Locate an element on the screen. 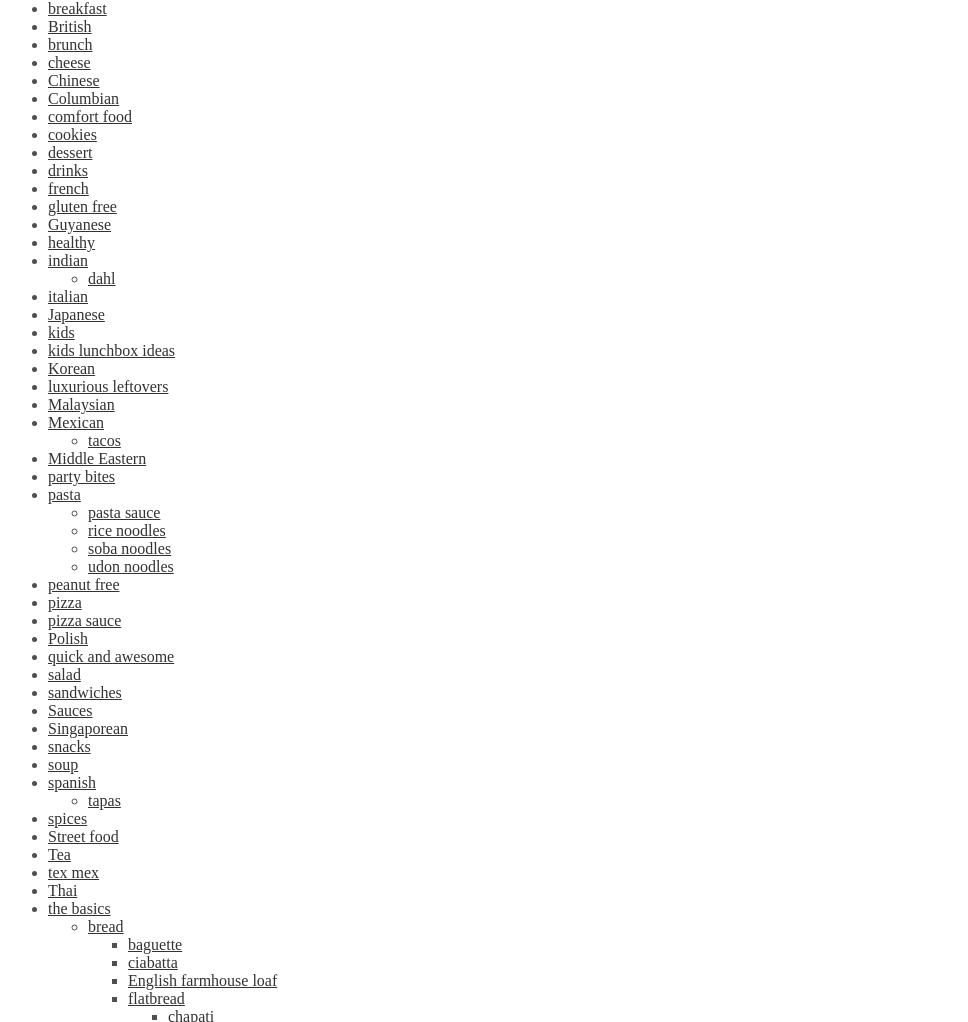 The image size is (968, 1022). 'soba noodles' is located at coordinates (87, 548).